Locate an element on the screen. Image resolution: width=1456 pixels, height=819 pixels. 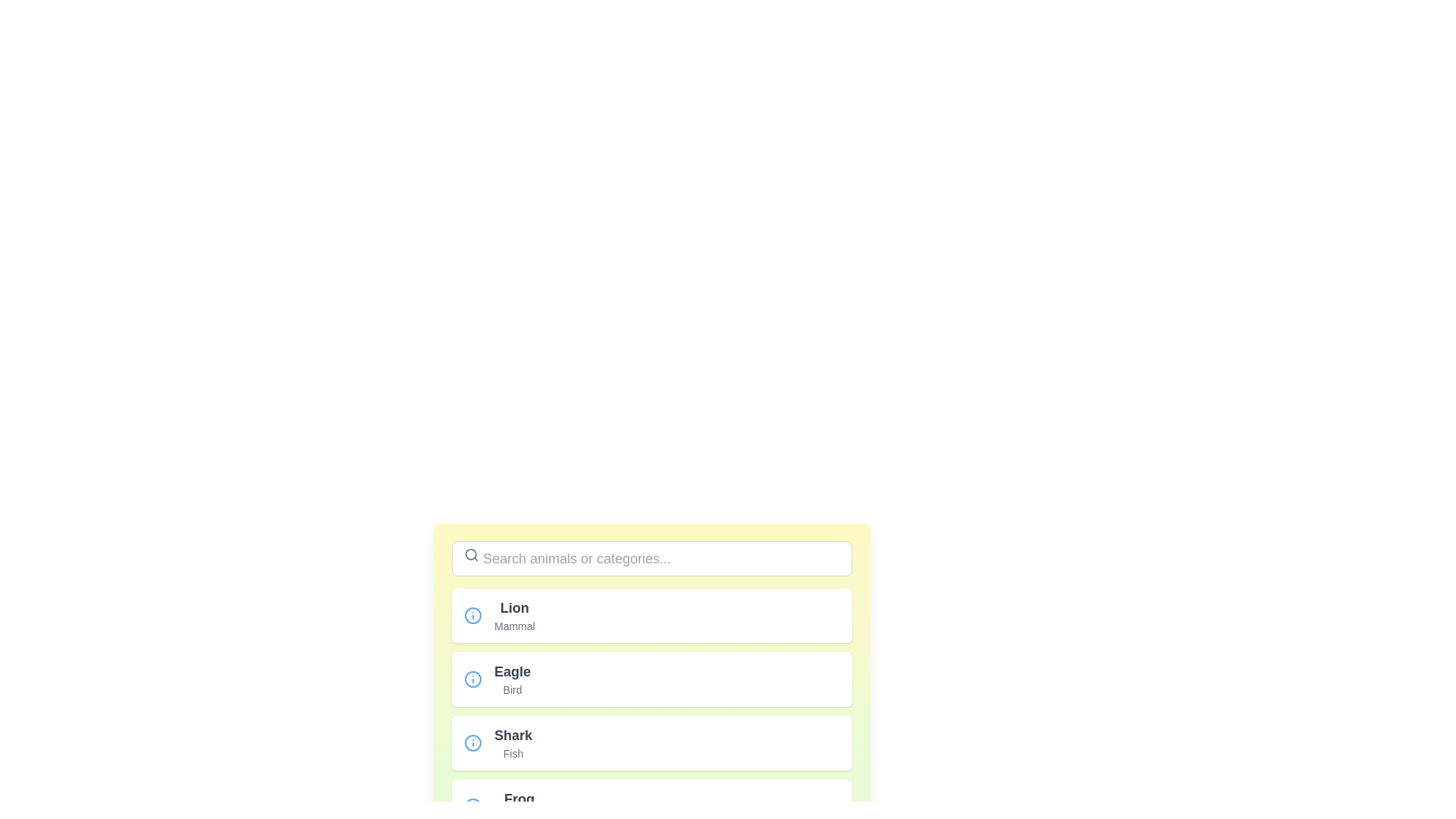
text information of the entry titled 'Eagle' in the animal list, located below 'Lion' and above 'Shark' is located at coordinates (513, 678).